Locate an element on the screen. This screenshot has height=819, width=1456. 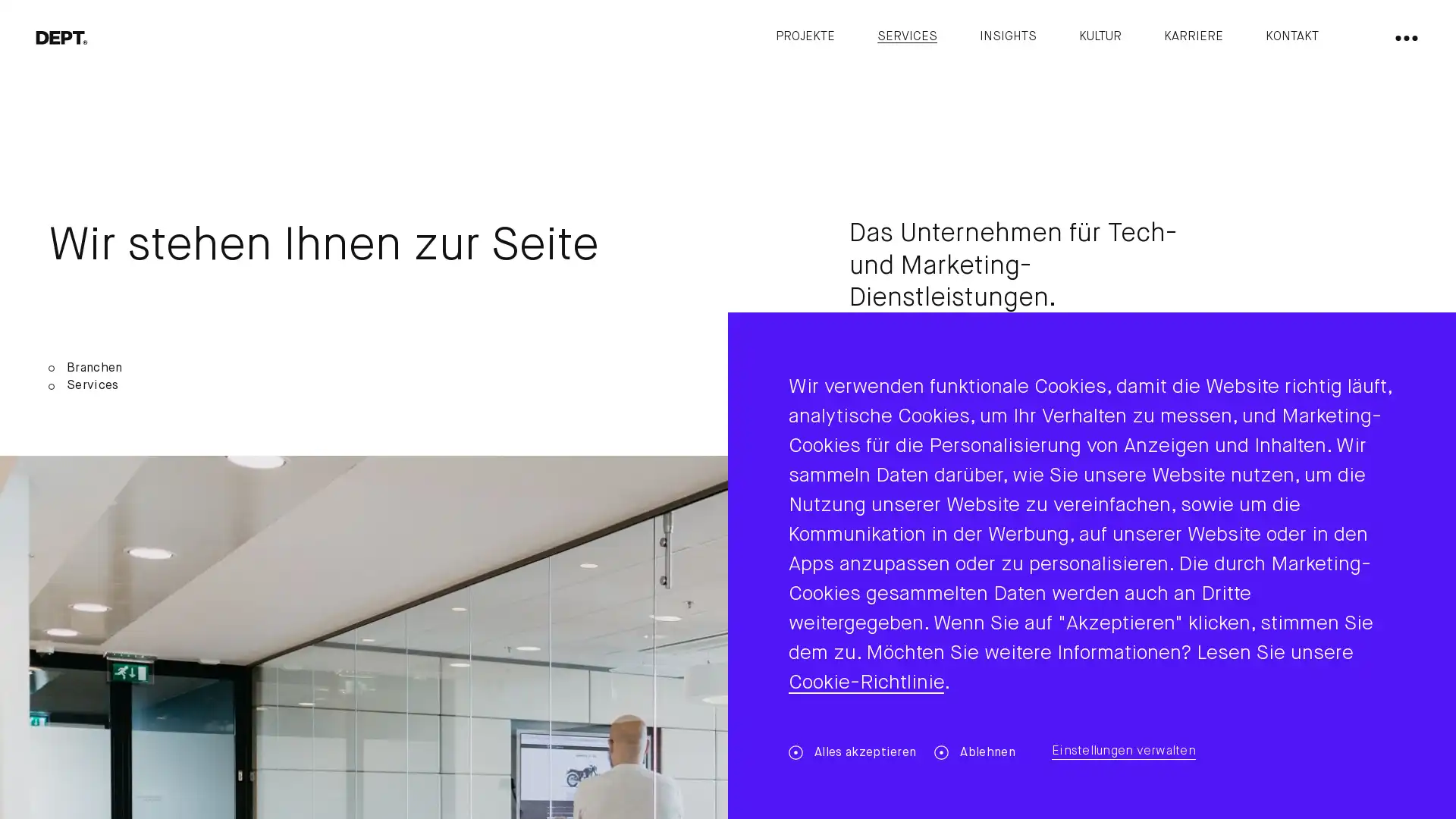
Alles akzeptieren is located at coordinates (852, 752).